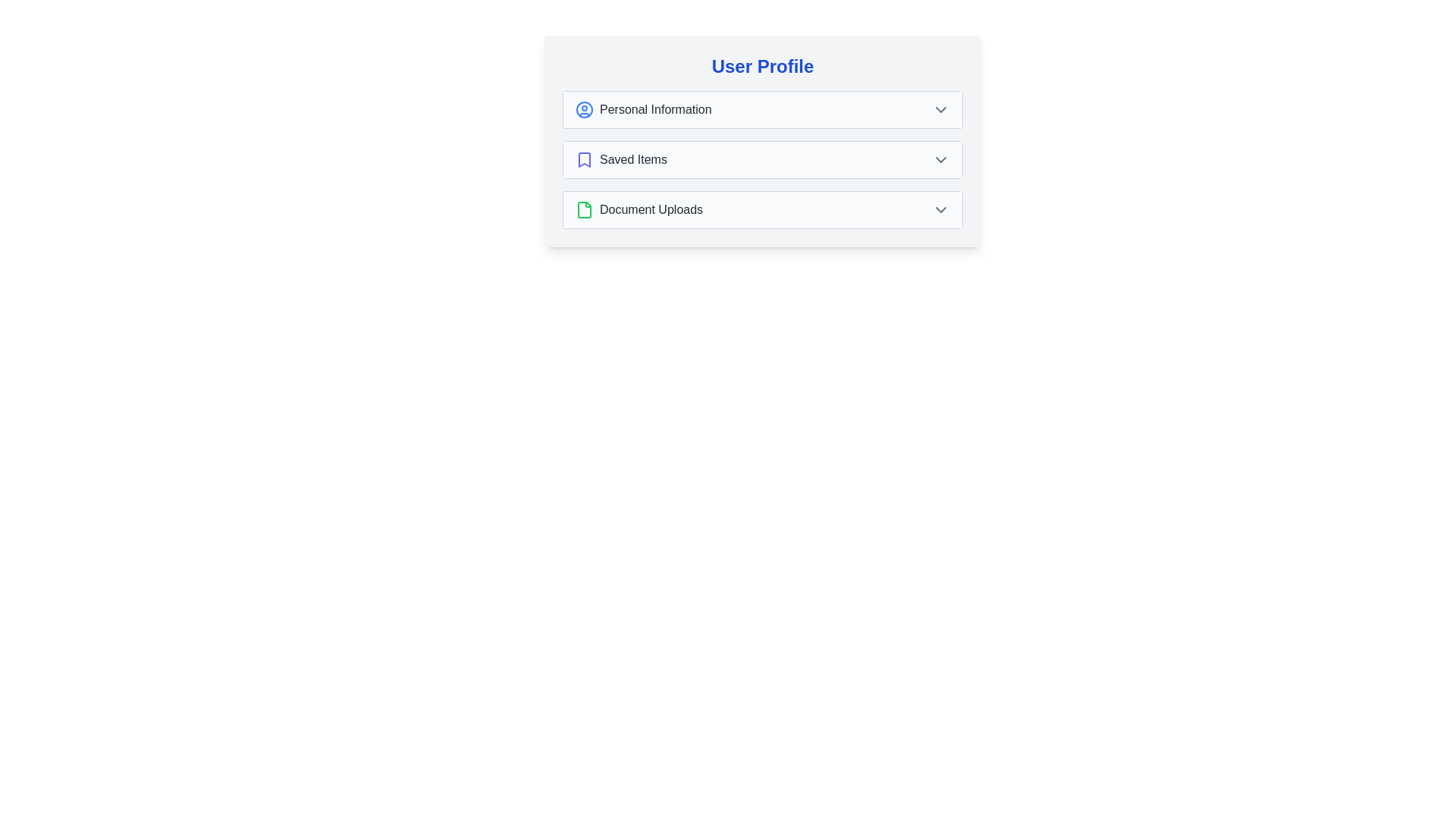  What do you see at coordinates (584, 109) in the screenshot?
I see `the circular SVG graphic icon representing a profile picture, which is located within the 'Personal Information' section of the 'User Profile' card` at bounding box center [584, 109].